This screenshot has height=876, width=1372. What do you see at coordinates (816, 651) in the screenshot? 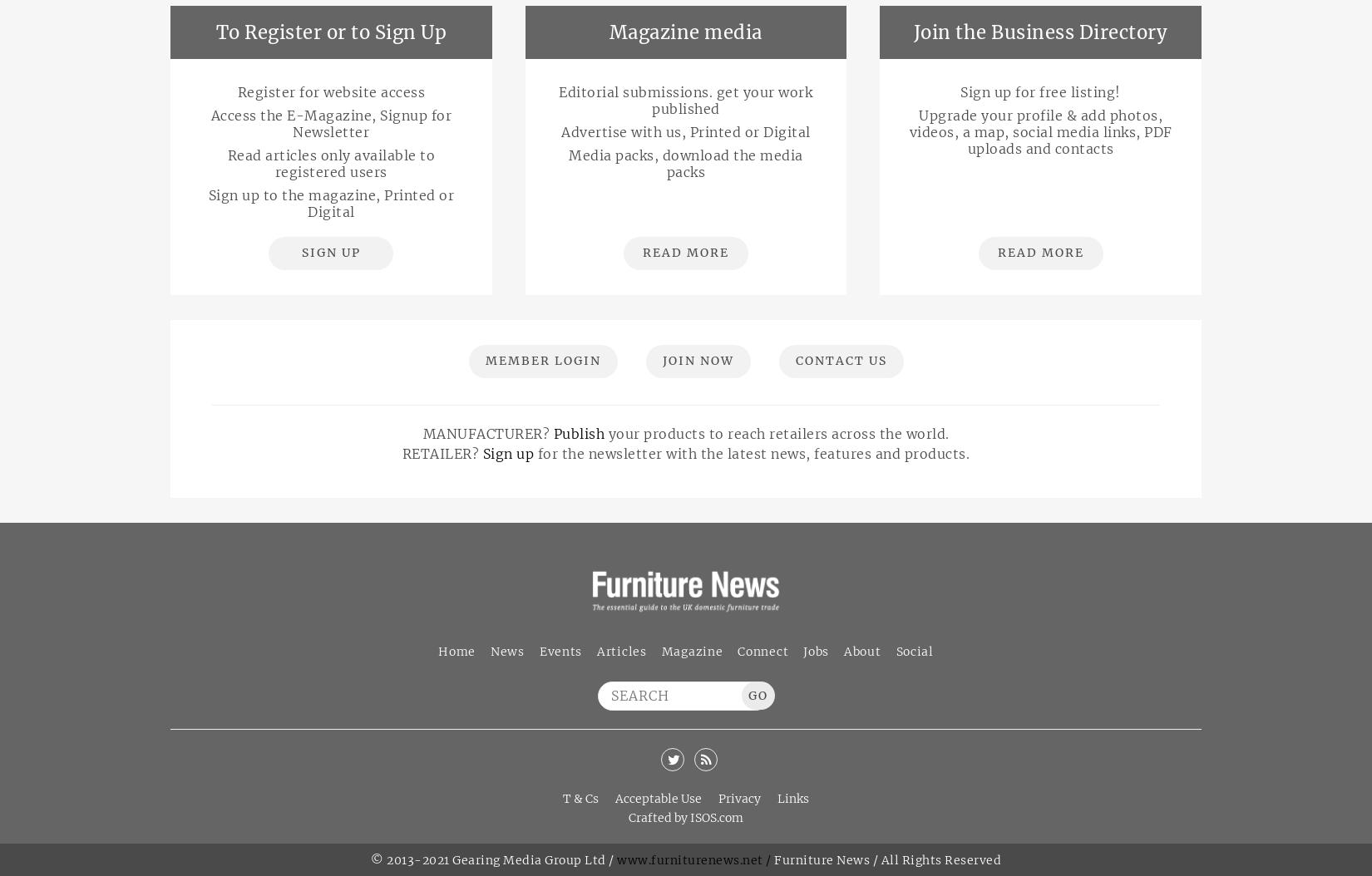
I see `'Jobs'` at bounding box center [816, 651].